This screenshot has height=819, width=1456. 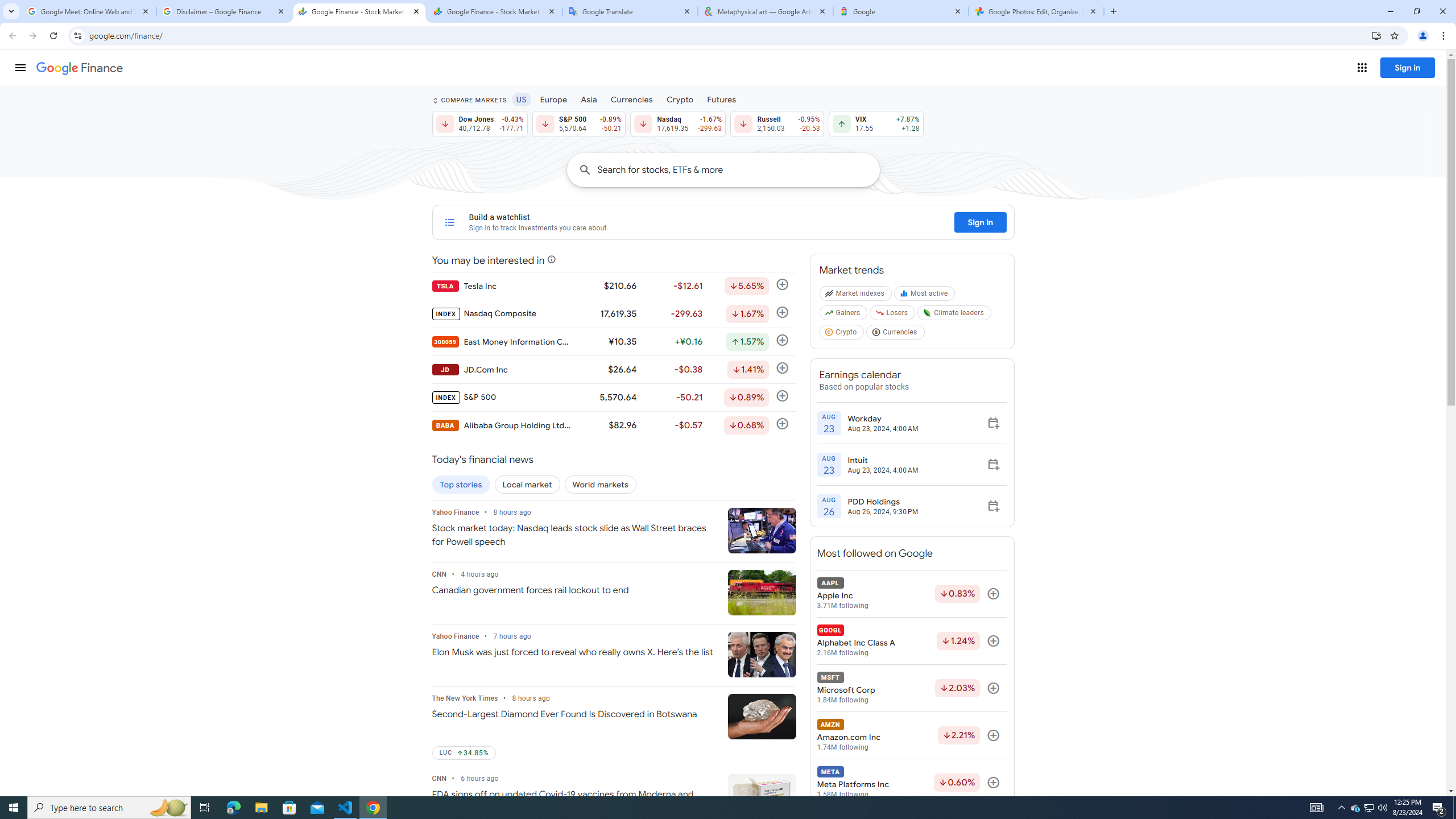 What do you see at coordinates (955, 315) in the screenshot?
I see `'GLeaf logo Climate leaders'` at bounding box center [955, 315].